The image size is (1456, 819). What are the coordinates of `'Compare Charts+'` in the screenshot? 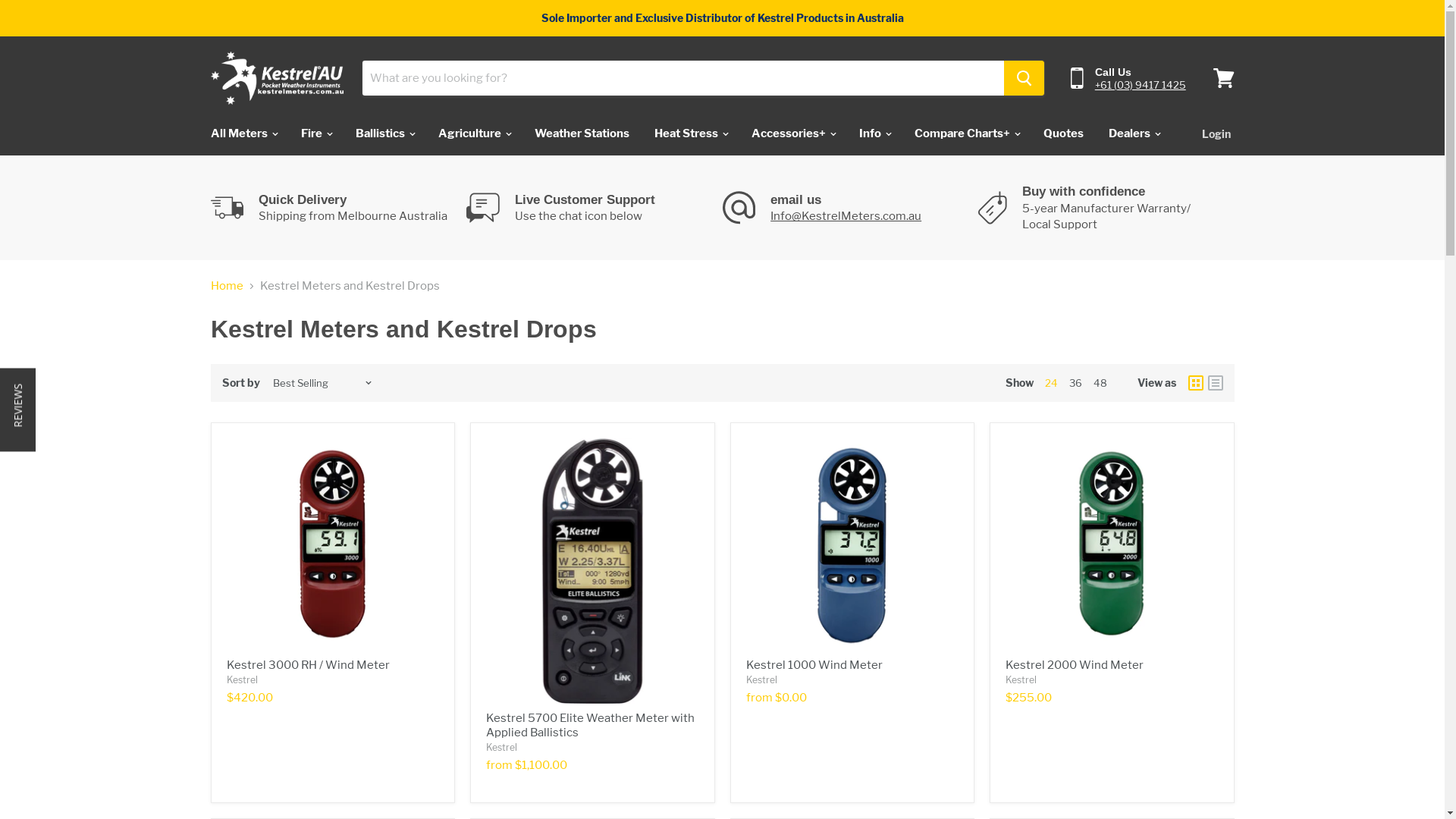 It's located at (965, 133).